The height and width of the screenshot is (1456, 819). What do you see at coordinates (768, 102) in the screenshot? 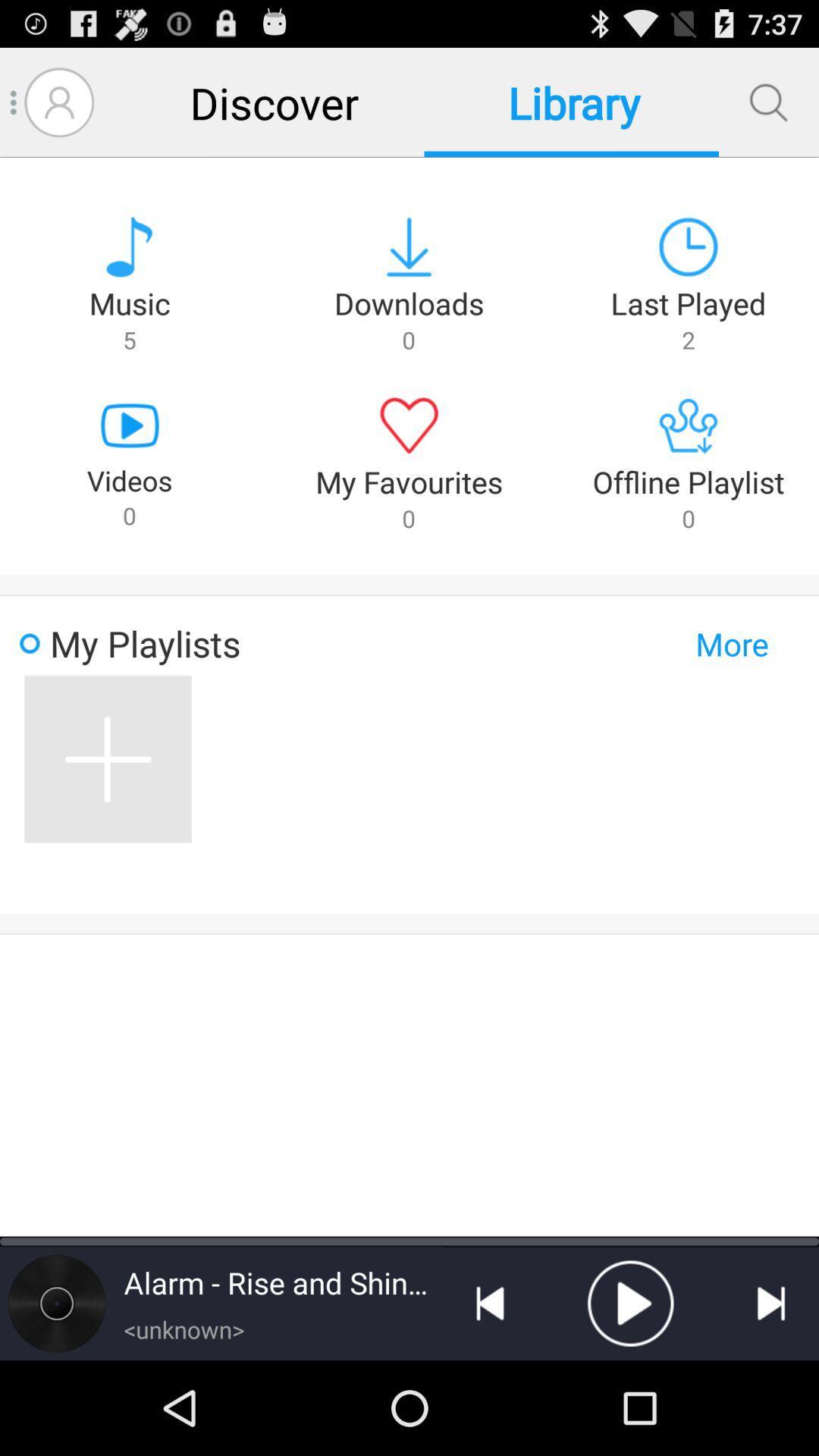
I see `search files` at bounding box center [768, 102].